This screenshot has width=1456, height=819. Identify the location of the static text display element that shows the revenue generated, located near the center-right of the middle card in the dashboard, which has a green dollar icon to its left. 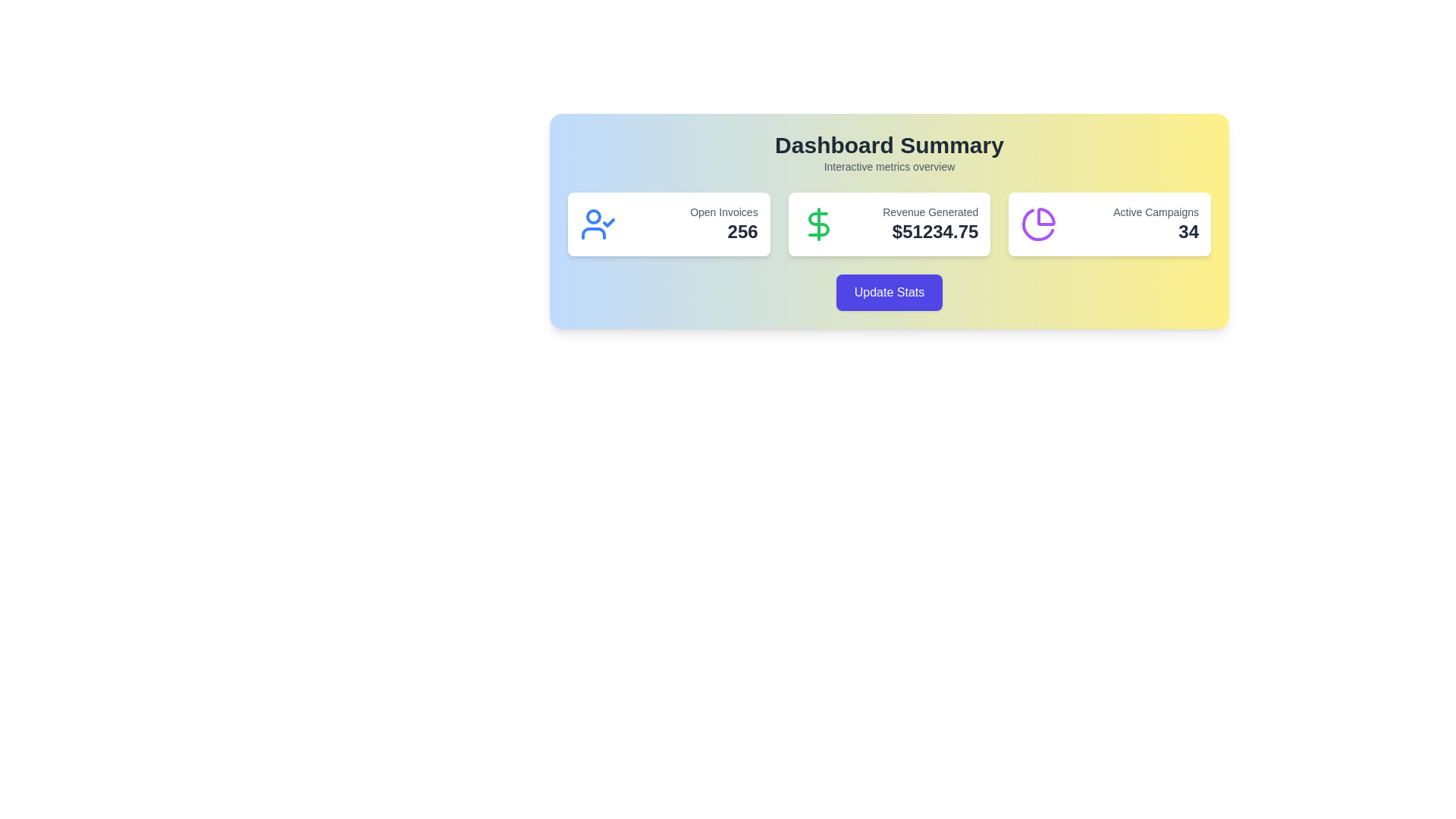
(930, 224).